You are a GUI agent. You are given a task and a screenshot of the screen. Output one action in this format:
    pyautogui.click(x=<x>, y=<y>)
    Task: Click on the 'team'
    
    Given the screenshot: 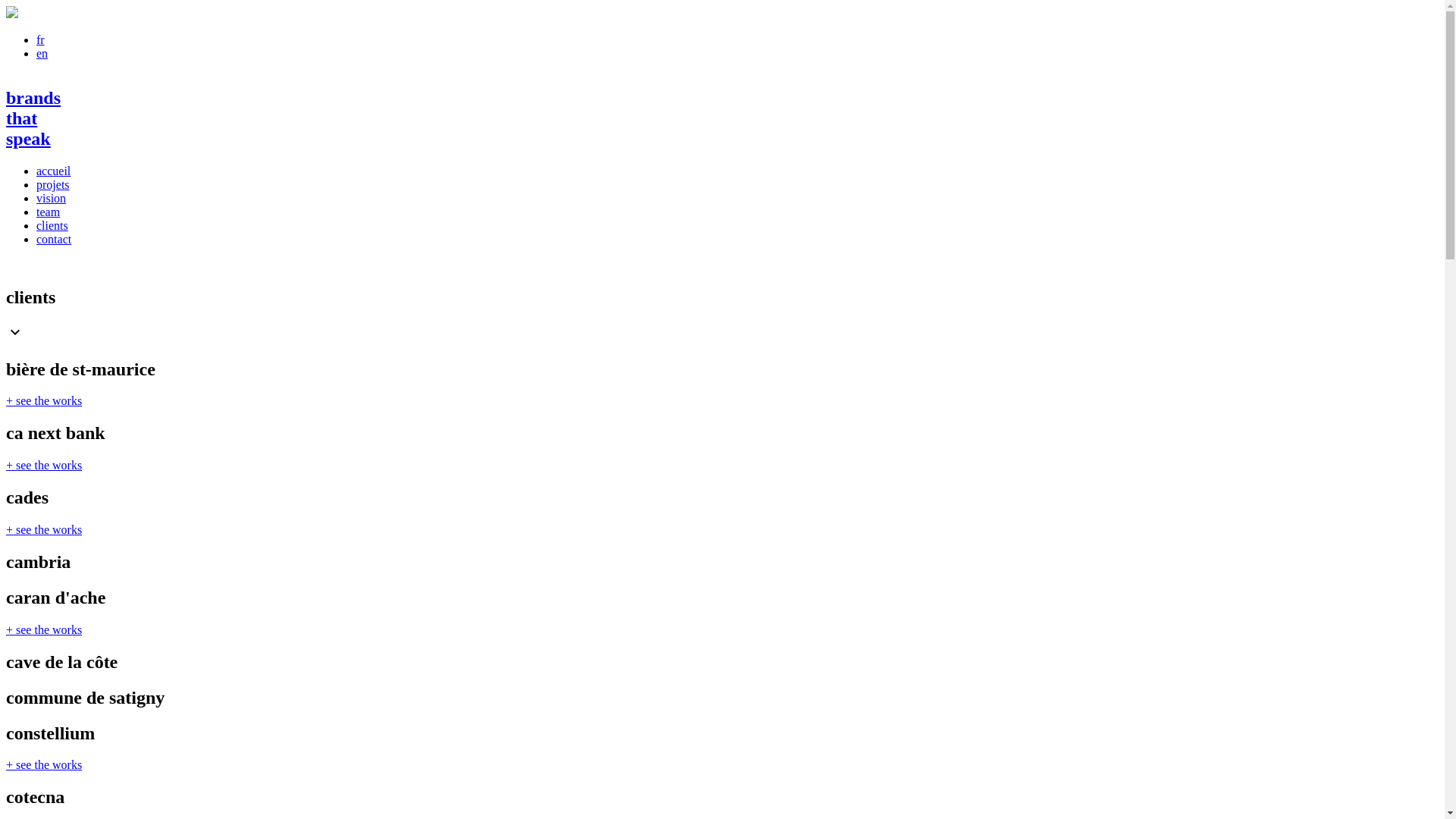 What is the action you would take?
    pyautogui.click(x=48, y=212)
    